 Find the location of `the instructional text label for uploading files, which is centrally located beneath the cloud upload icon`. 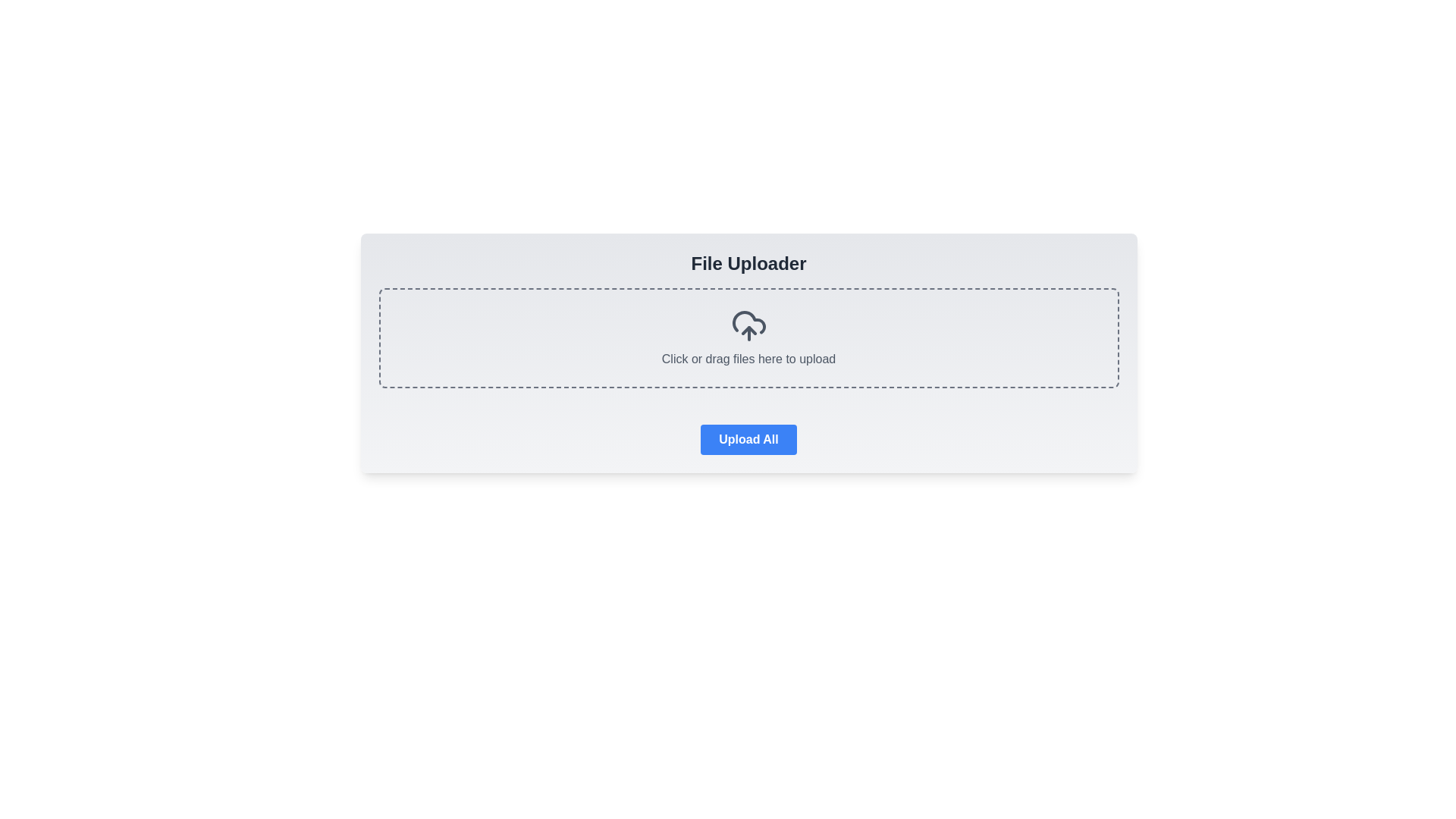

the instructional text label for uploading files, which is centrally located beneath the cloud upload icon is located at coordinates (748, 337).